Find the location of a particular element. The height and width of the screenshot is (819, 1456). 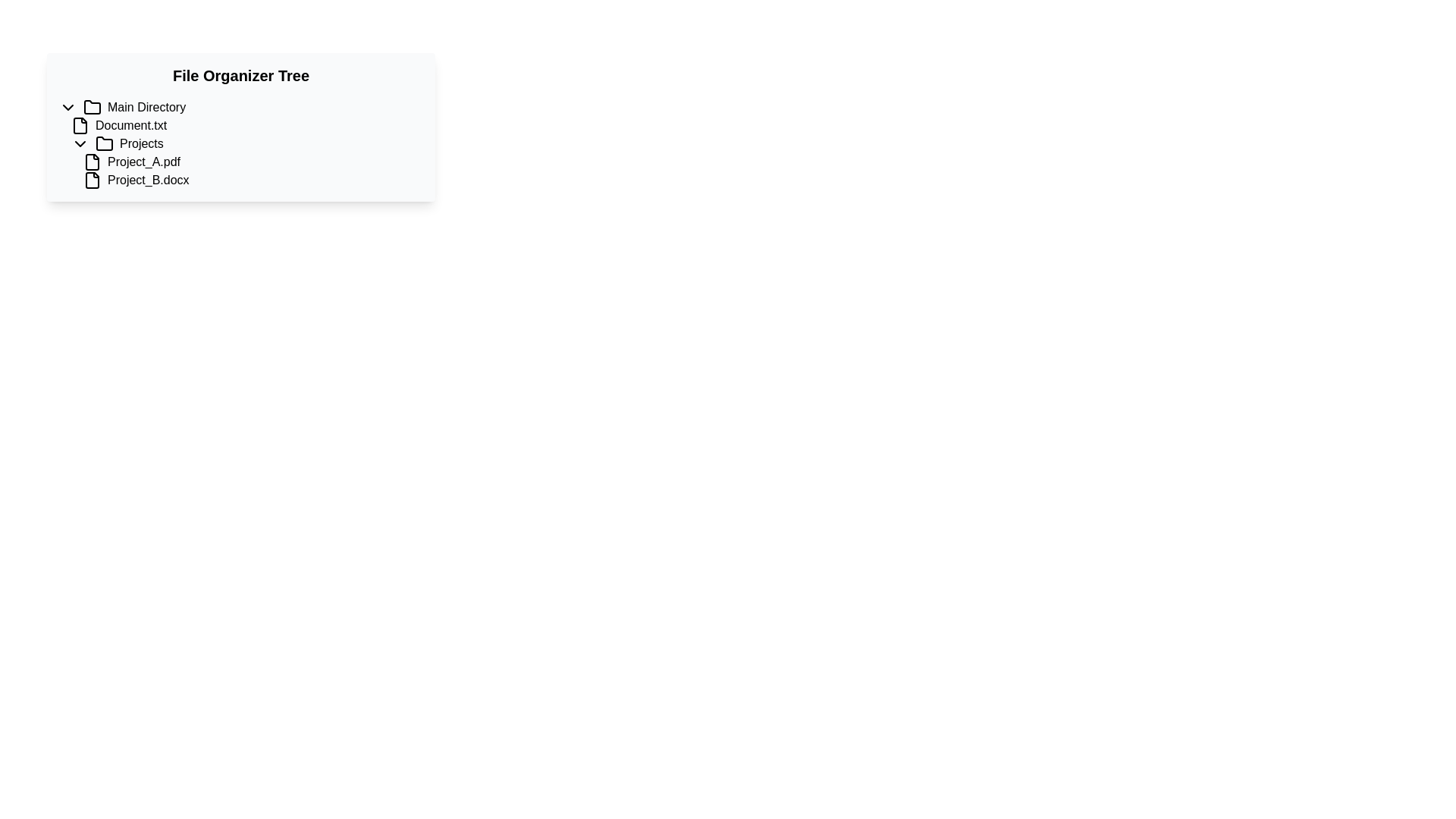

Text Label that serves as a textual representation of the directory context in the directory listing interface, located at the top-left is located at coordinates (146, 107).